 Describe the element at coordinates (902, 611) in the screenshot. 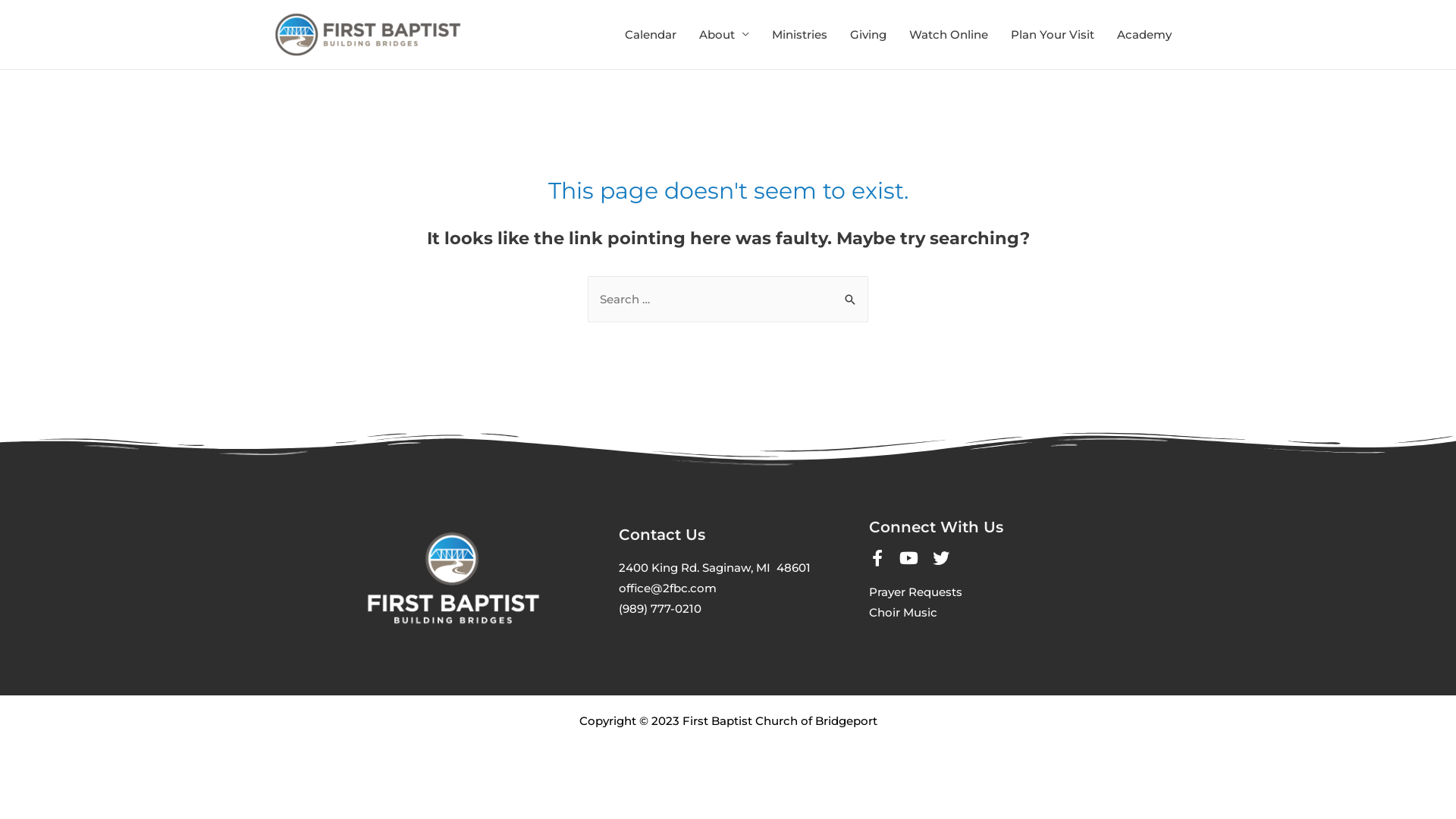

I see `'Choir Music'` at that location.